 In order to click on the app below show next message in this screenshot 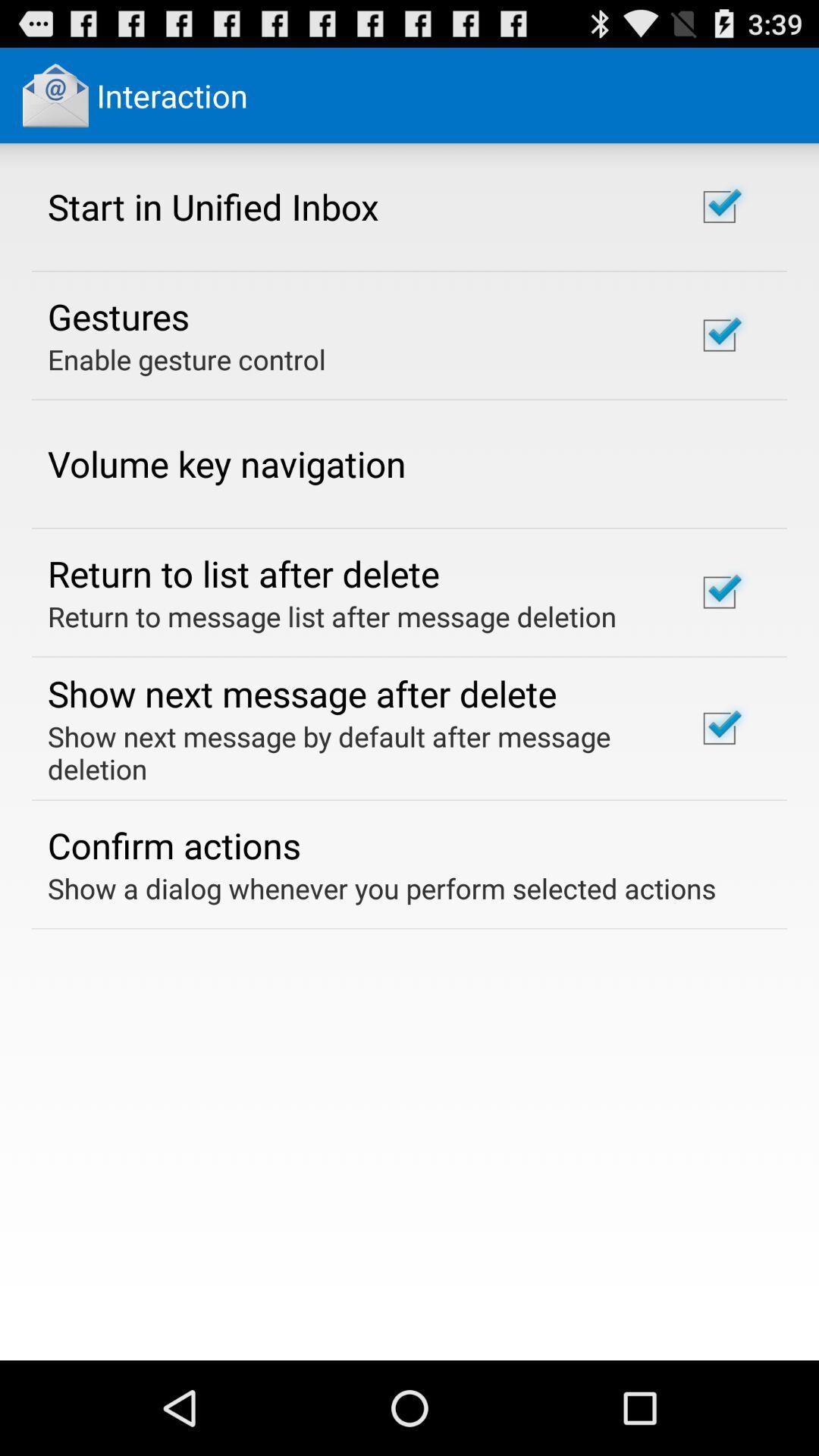, I will do `click(173, 844)`.